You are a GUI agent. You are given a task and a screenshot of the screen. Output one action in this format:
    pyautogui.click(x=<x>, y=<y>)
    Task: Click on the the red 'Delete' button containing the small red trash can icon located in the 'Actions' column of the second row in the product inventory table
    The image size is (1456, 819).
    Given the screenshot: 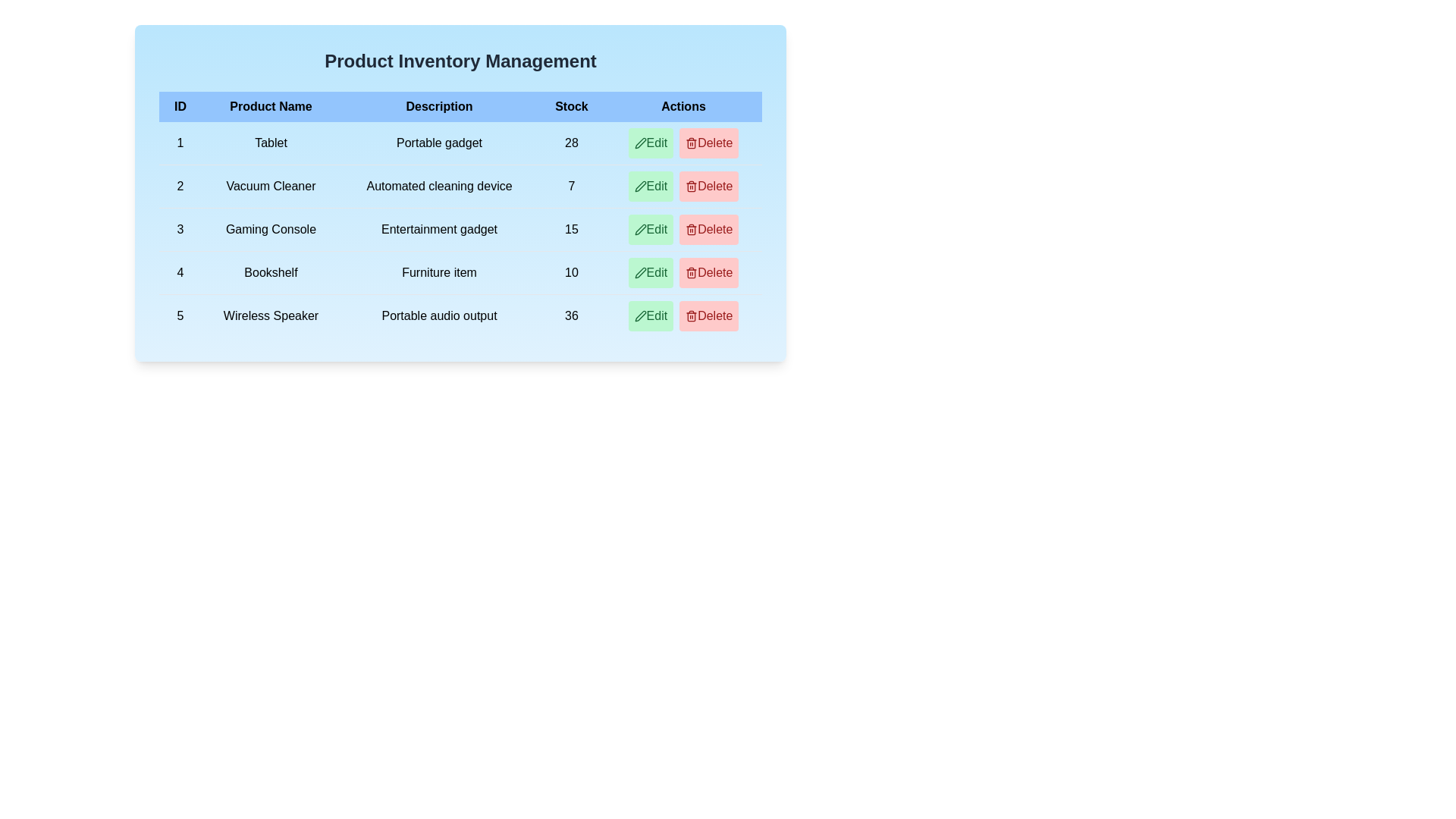 What is the action you would take?
    pyautogui.click(x=691, y=186)
    